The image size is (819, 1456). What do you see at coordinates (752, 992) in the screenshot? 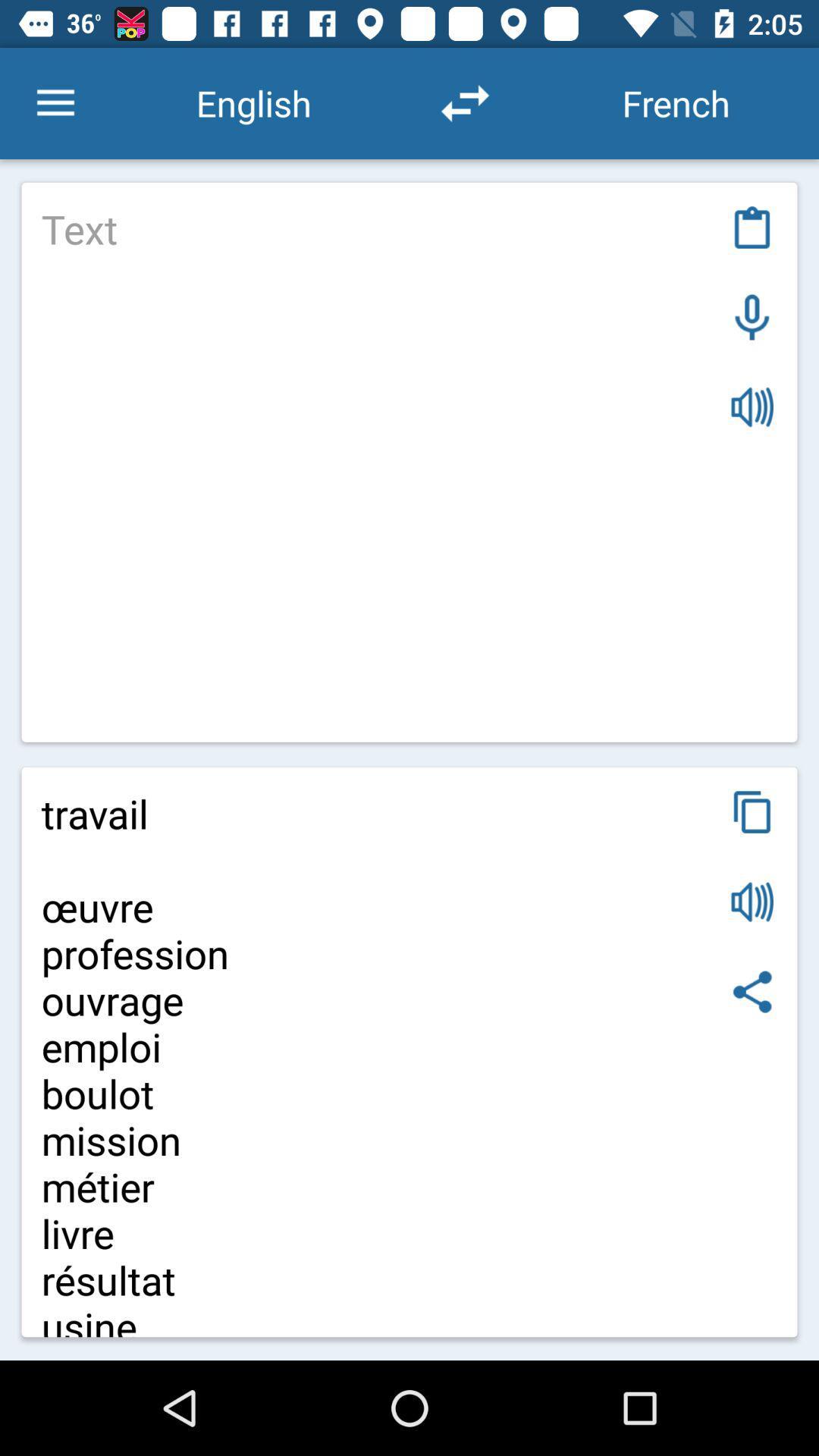
I see `the item at the bottom right corner` at bounding box center [752, 992].